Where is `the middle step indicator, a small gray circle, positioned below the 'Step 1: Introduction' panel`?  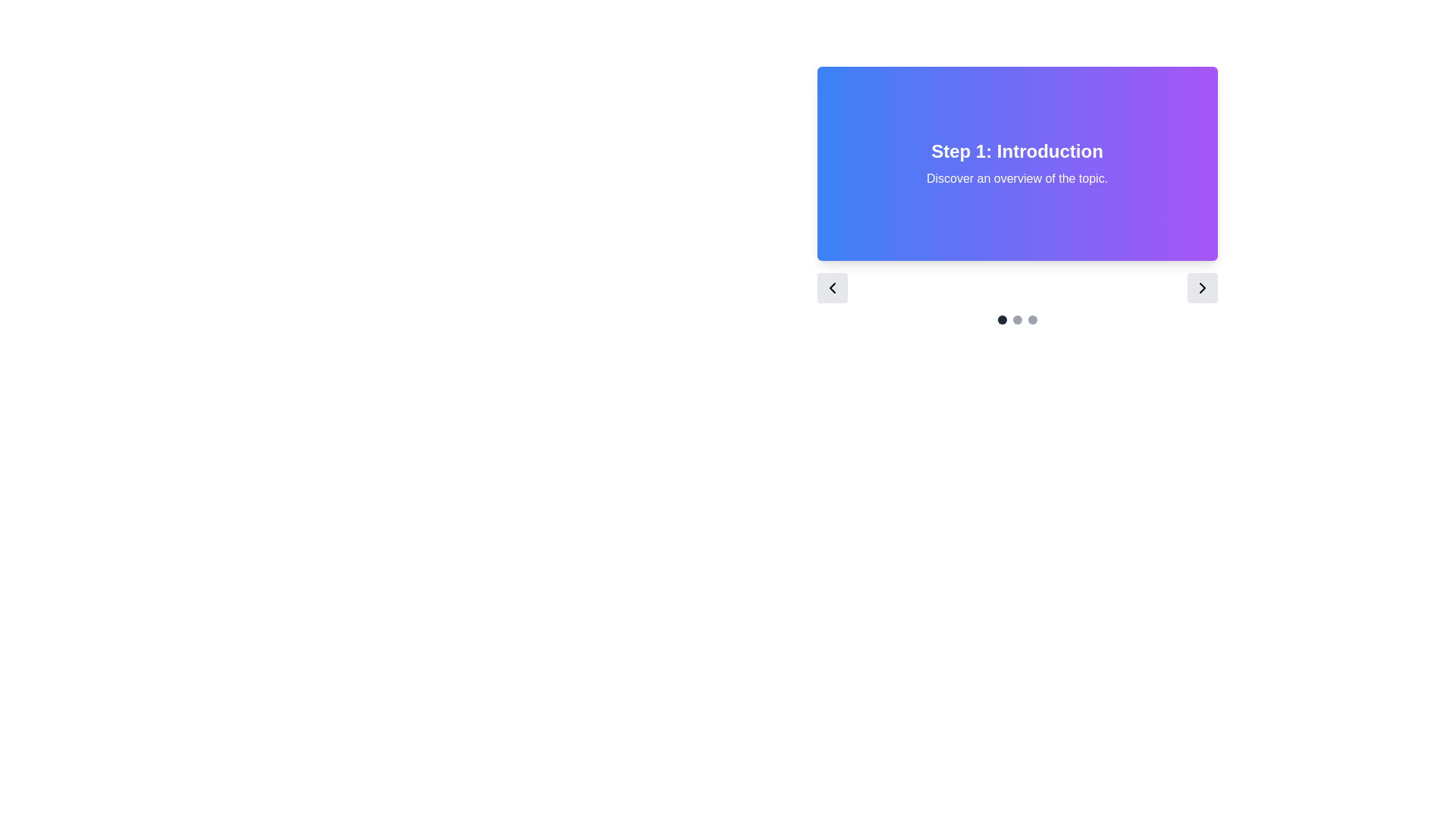 the middle step indicator, a small gray circle, positioned below the 'Step 1: Introduction' panel is located at coordinates (1017, 318).